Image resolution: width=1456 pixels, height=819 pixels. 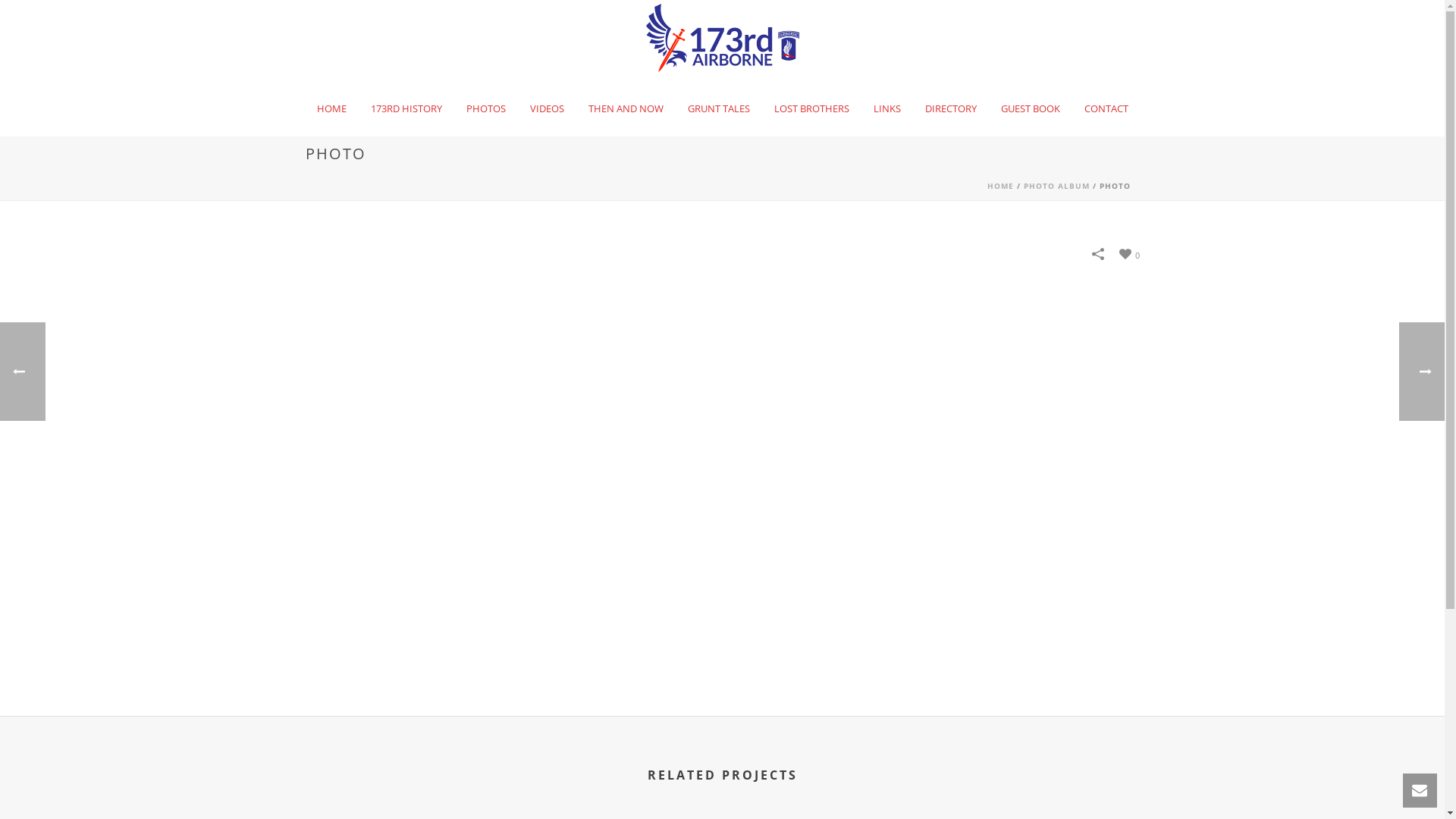 I want to click on '173rd', so click(x=722, y=37).